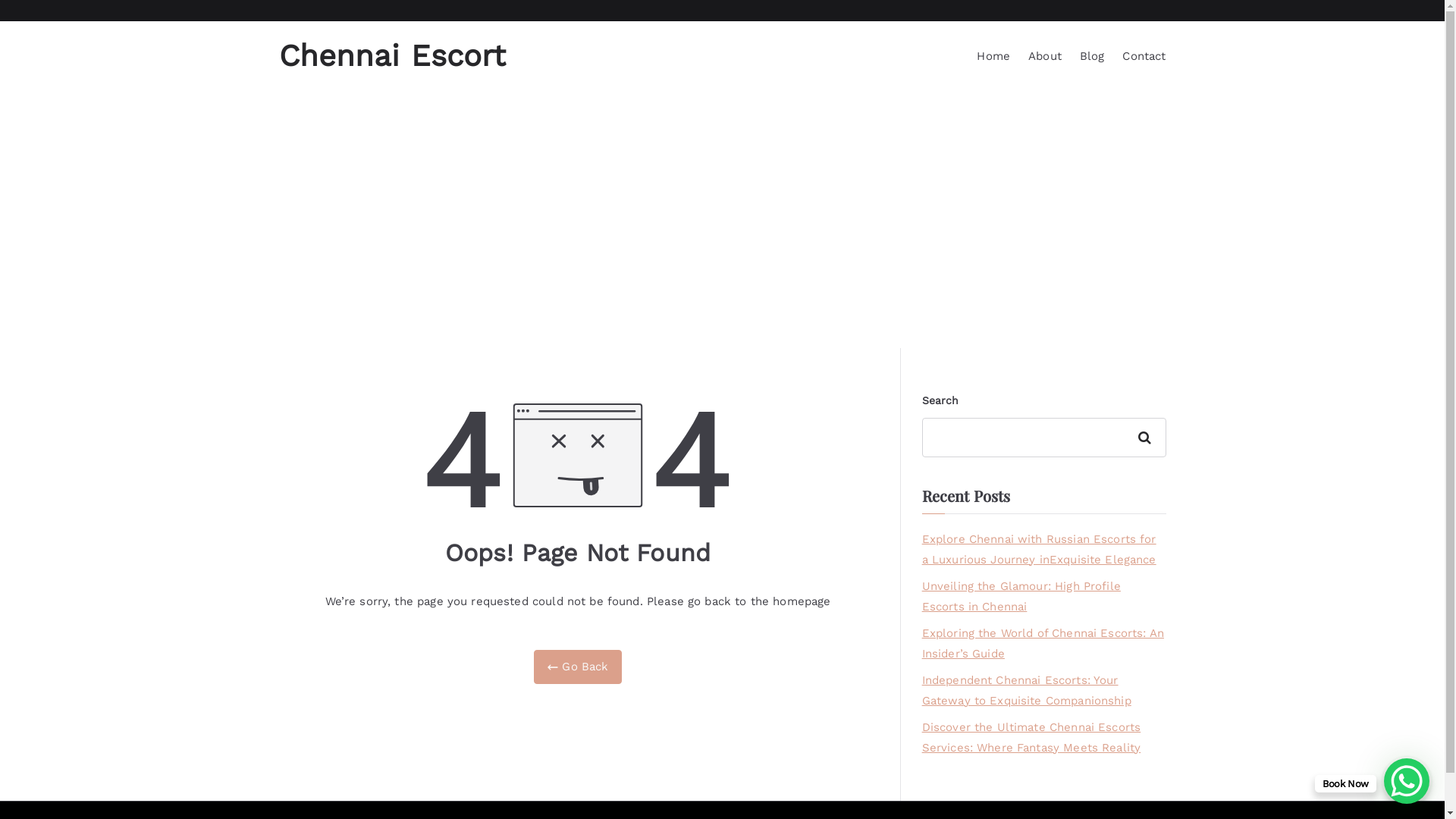 The image size is (1456, 819). Describe the element at coordinates (1043, 55) in the screenshot. I see `'About'` at that location.